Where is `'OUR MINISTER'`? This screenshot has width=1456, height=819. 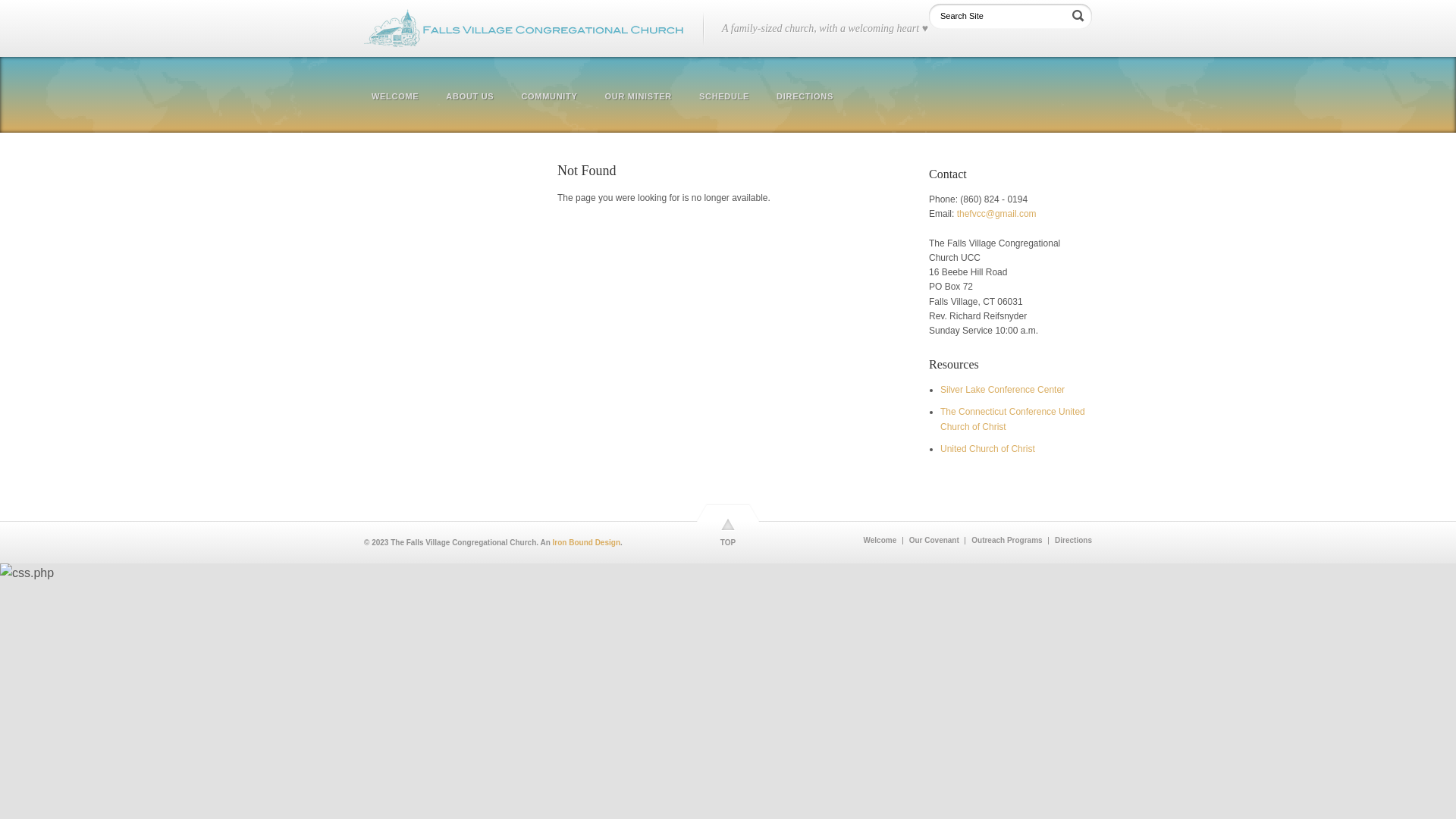
'OUR MINISTER' is located at coordinates (590, 96).